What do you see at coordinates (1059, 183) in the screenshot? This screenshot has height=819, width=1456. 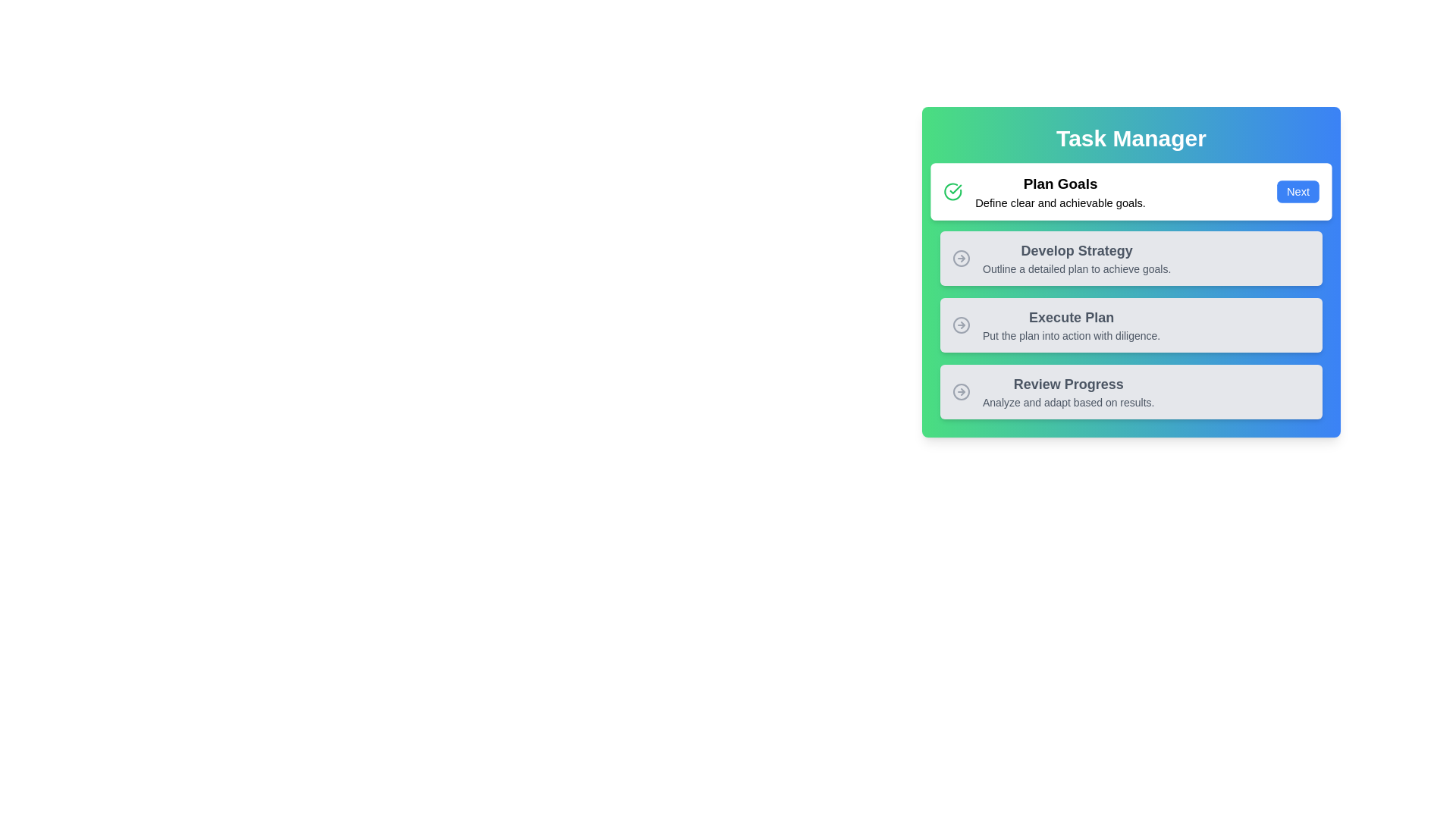 I see `the Text Label that serves as the header for the task section, positioned above the descriptive text 'Define clear and achievable goals.' in the task manager panel` at bounding box center [1059, 183].